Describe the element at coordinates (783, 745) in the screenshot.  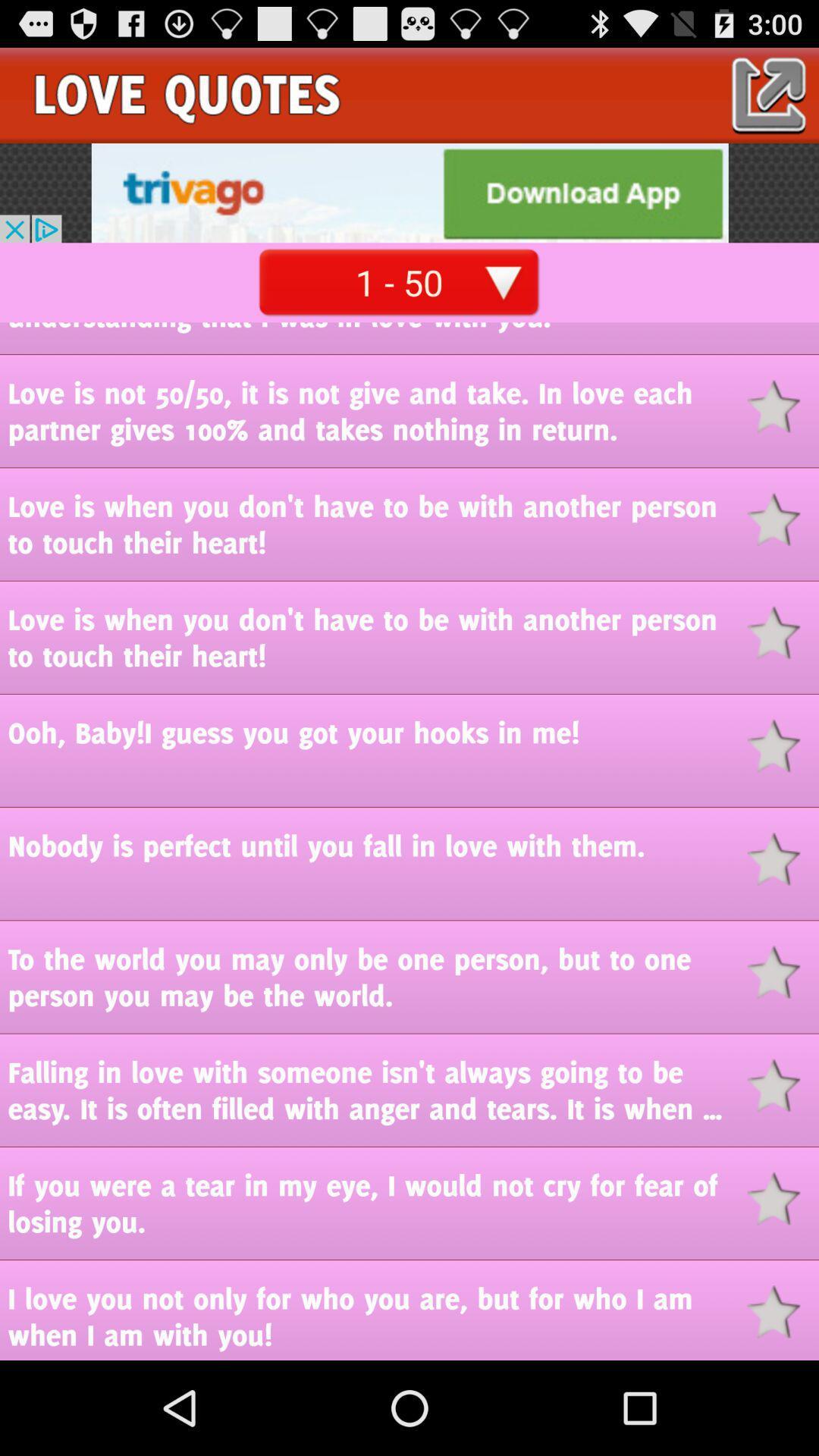
I see `quote` at that location.